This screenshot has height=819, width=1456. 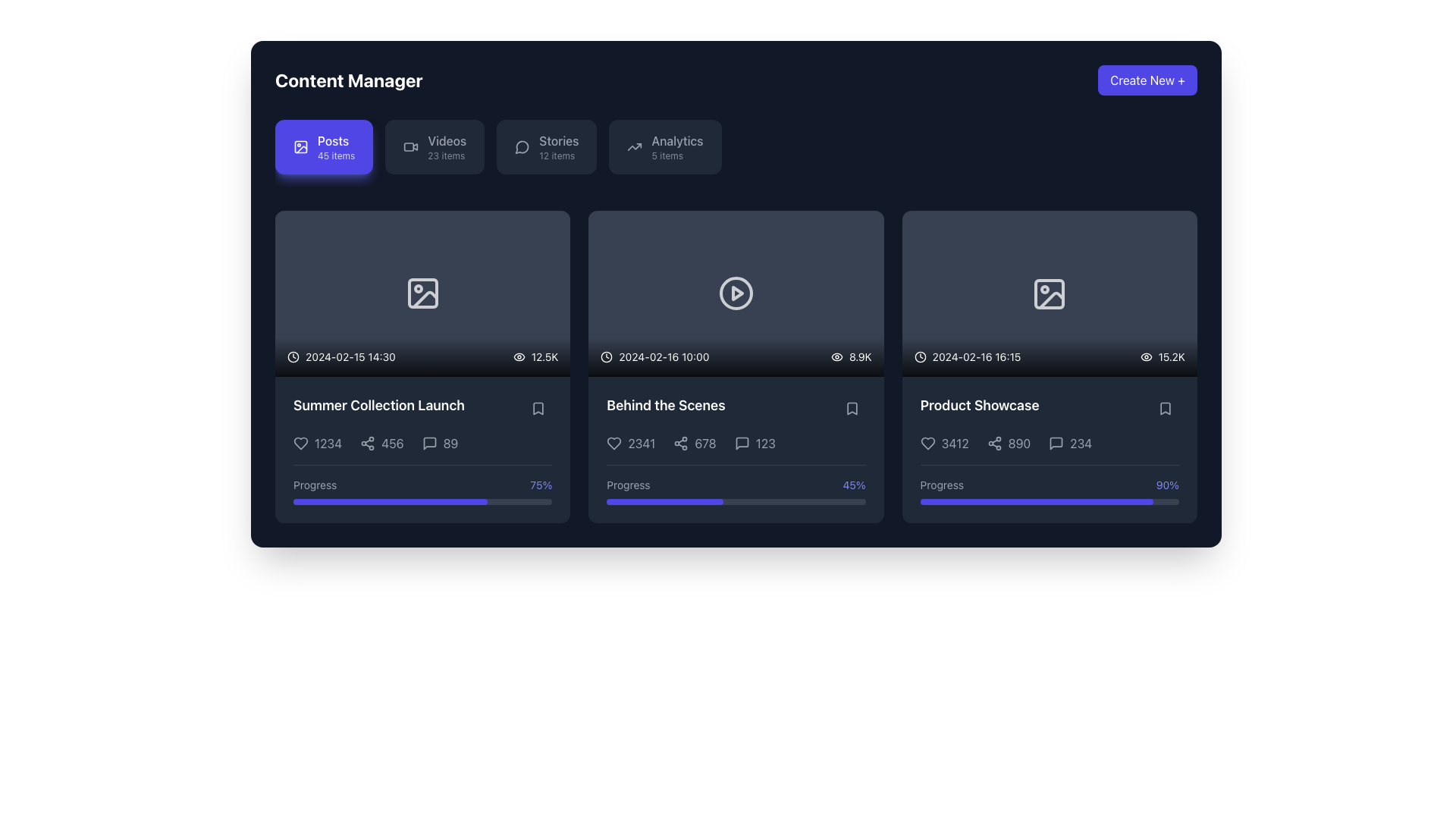 I want to click on the progress bar indicating 75% progress located within the 'Summer Collection Launch' card, so click(x=422, y=485).